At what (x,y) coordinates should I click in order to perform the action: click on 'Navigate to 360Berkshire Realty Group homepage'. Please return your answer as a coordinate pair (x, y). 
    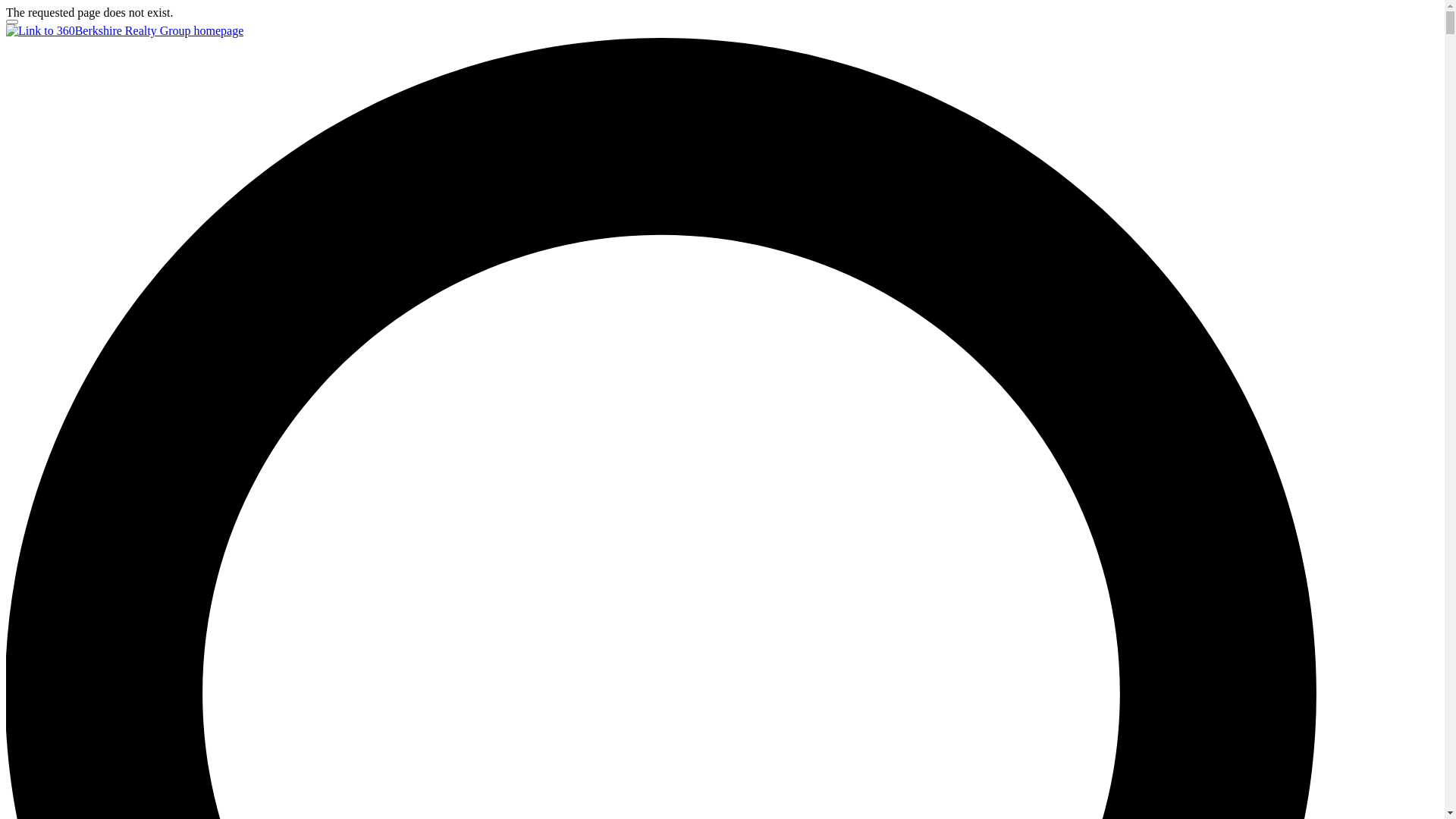
    Looking at the image, I should click on (124, 30).